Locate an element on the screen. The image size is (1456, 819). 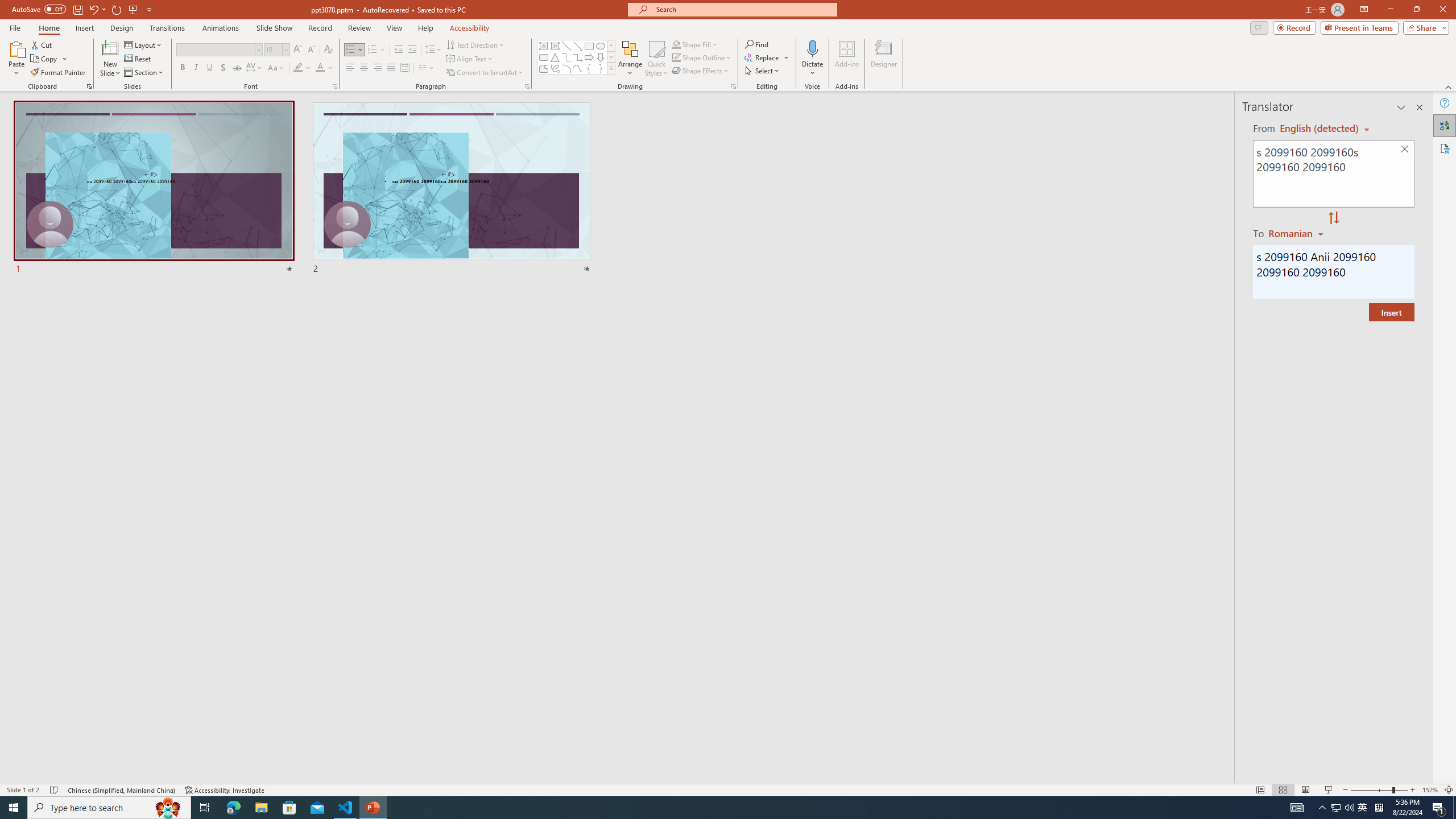
'Left Brace' is located at coordinates (589, 68).